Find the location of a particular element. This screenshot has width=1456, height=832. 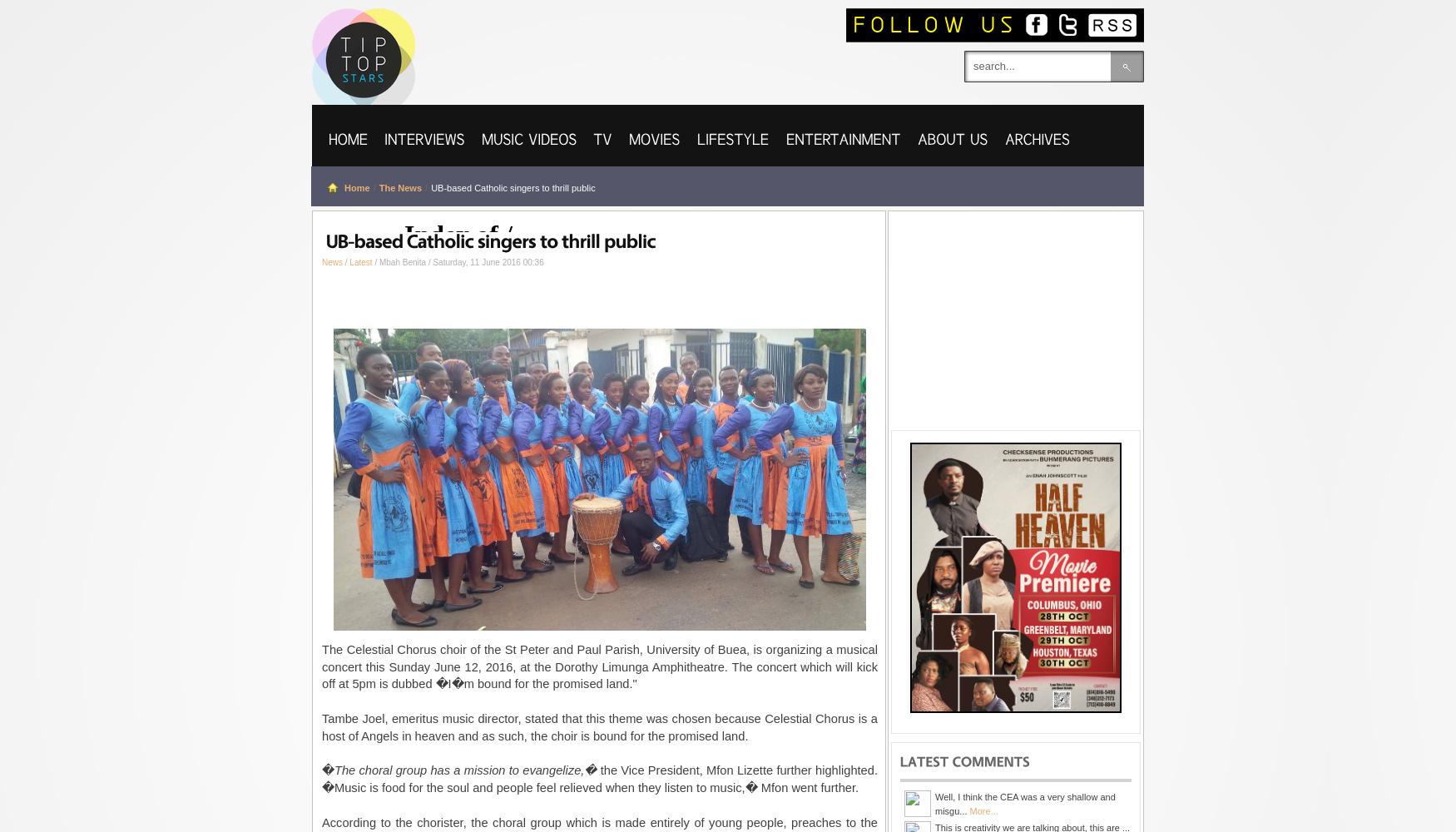

'Home' is located at coordinates (355, 187).